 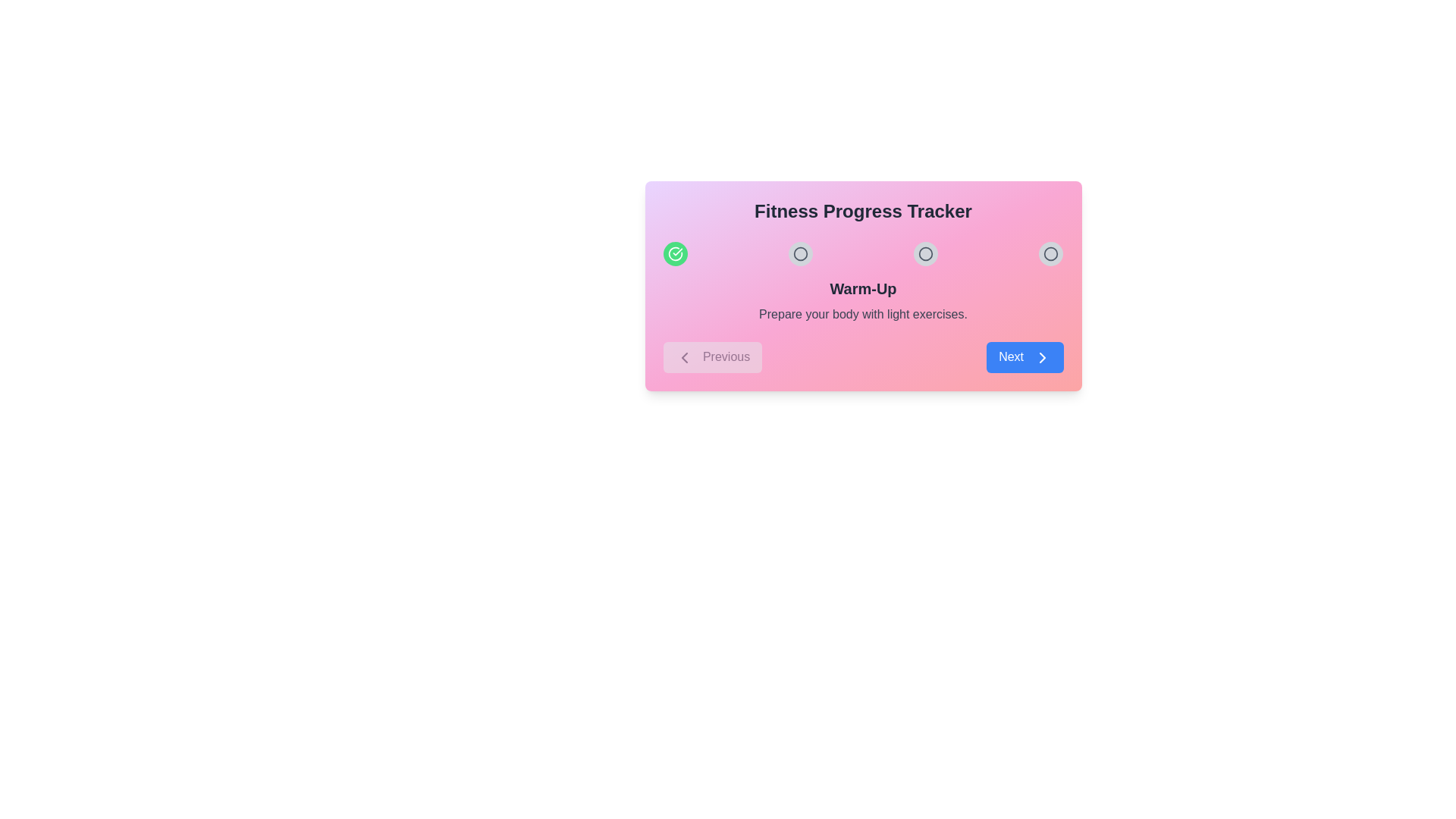 What do you see at coordinates (674, 253) in the screenshot?
I see `the first circular Indicator button on the leftmost side of the progress tracker interface` at bounding box center [674, 253].